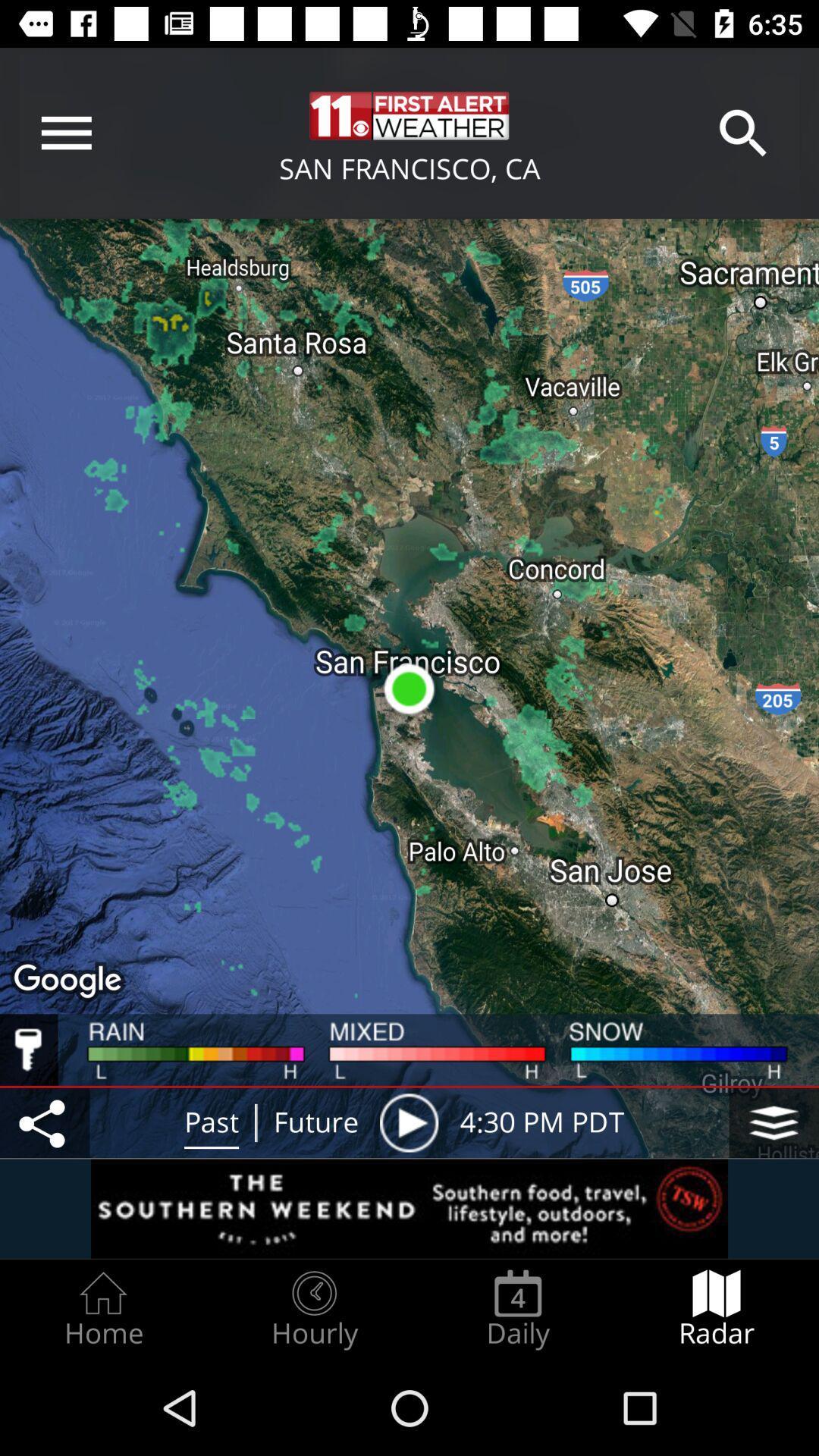  What do you see at coordinates (517, 1309) in the screenshot?
I see `third option at bottom of page` at bounding box center [517, 1309].